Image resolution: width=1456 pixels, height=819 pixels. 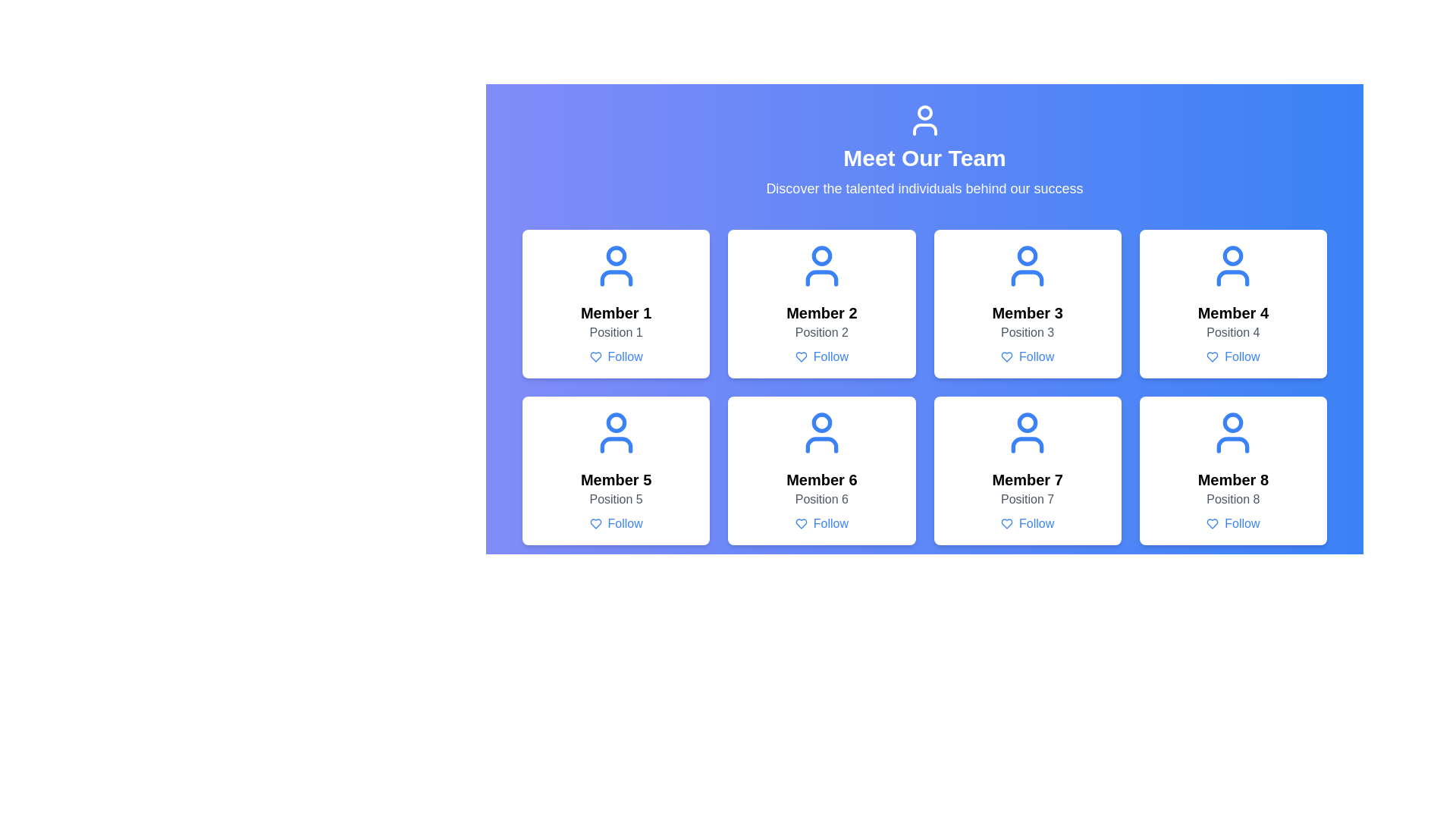 I want to click on the icon representing 'Member 4' located in the top-right corner of the 2x4 grid layout, so click(x=1233, y=265).